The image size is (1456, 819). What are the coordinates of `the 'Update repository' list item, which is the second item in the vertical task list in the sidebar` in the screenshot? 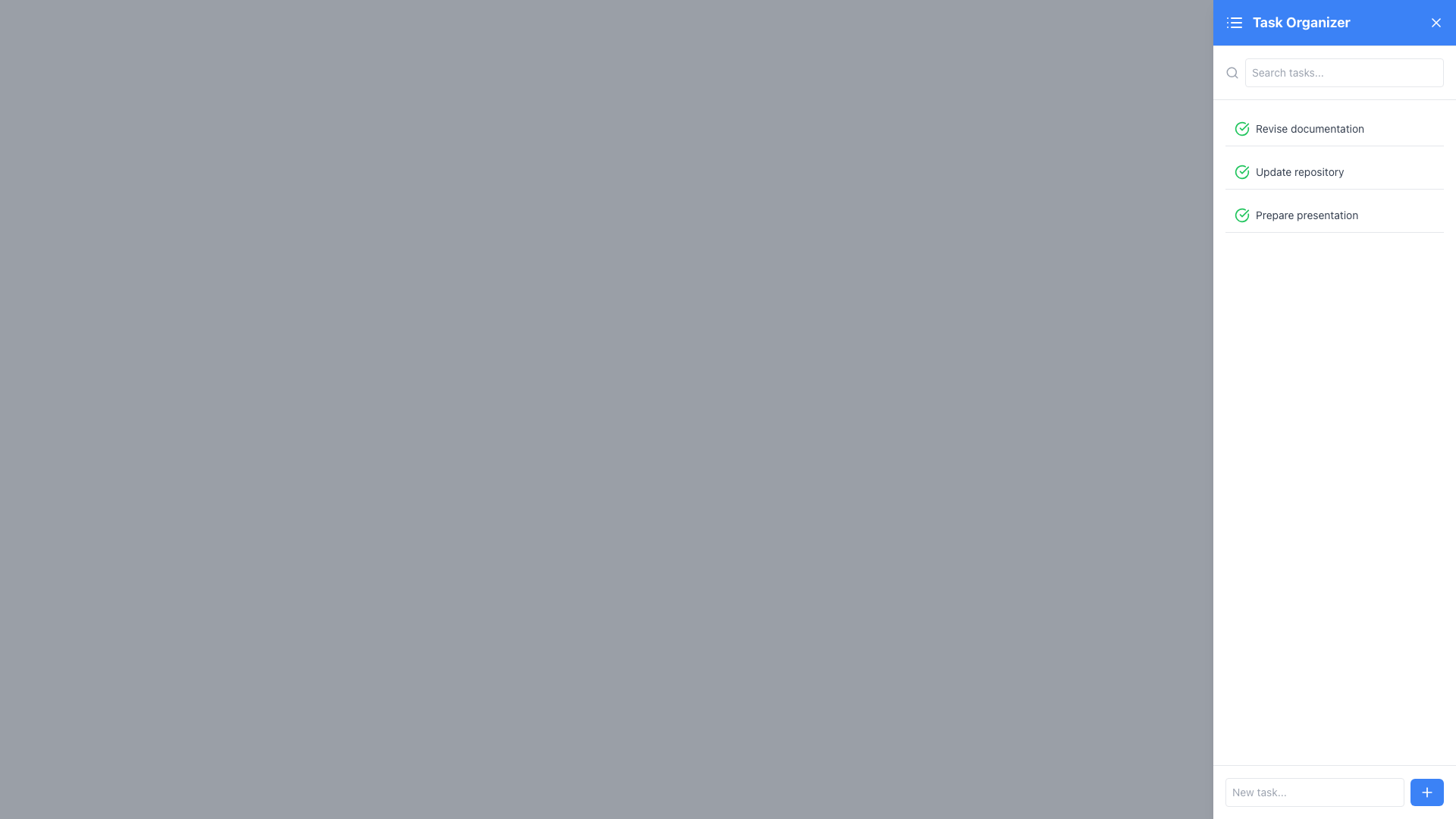 It's located at (1335, 171).